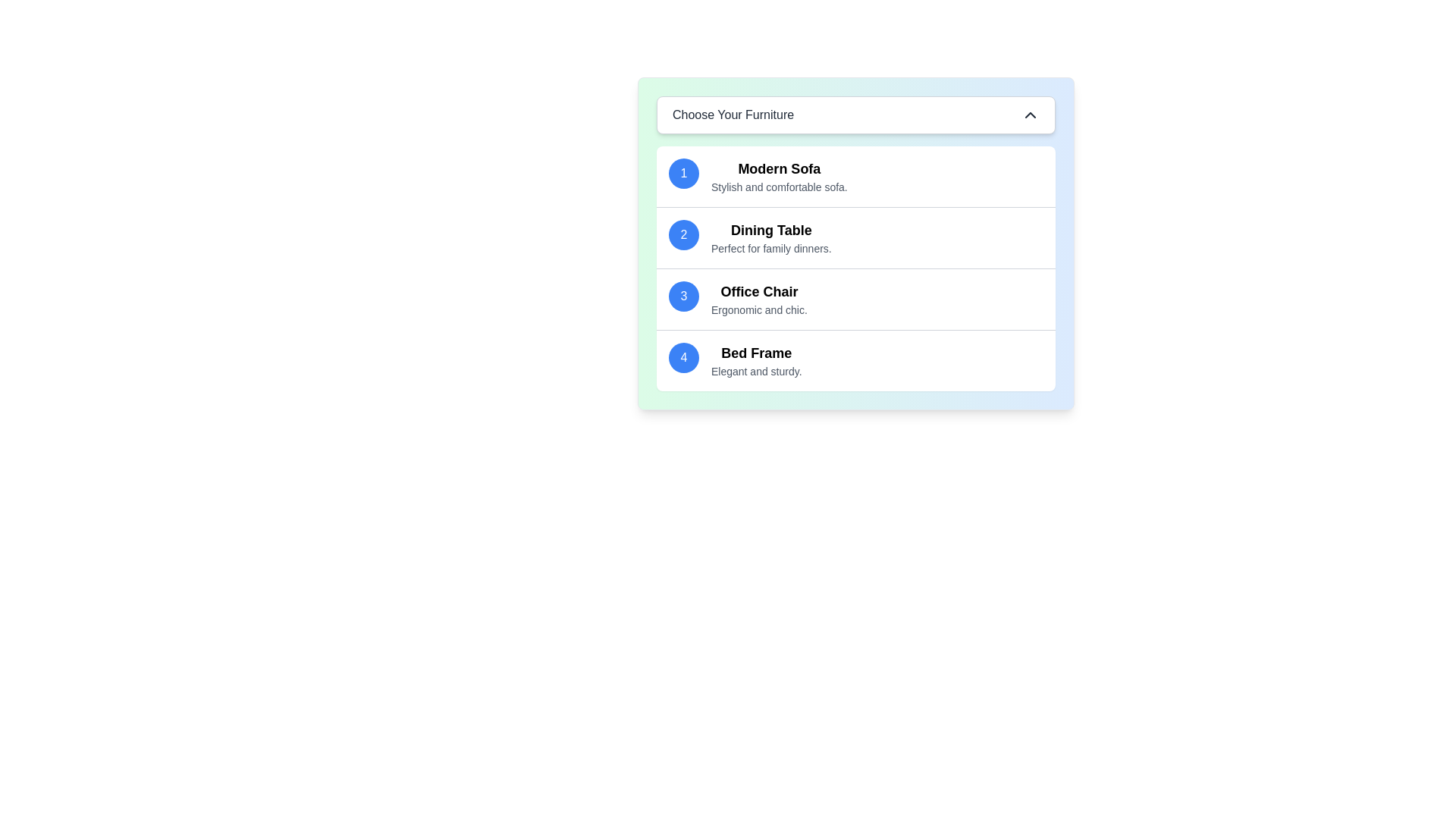 The width and height of the screenshot is (1456, 819). I want to click on the 'Dining Table' text label, which is styled as a bold title within the 'Choose Your Furniture' menu, positioned above the description 'Perfect for family dinners.', so click(771, 231).